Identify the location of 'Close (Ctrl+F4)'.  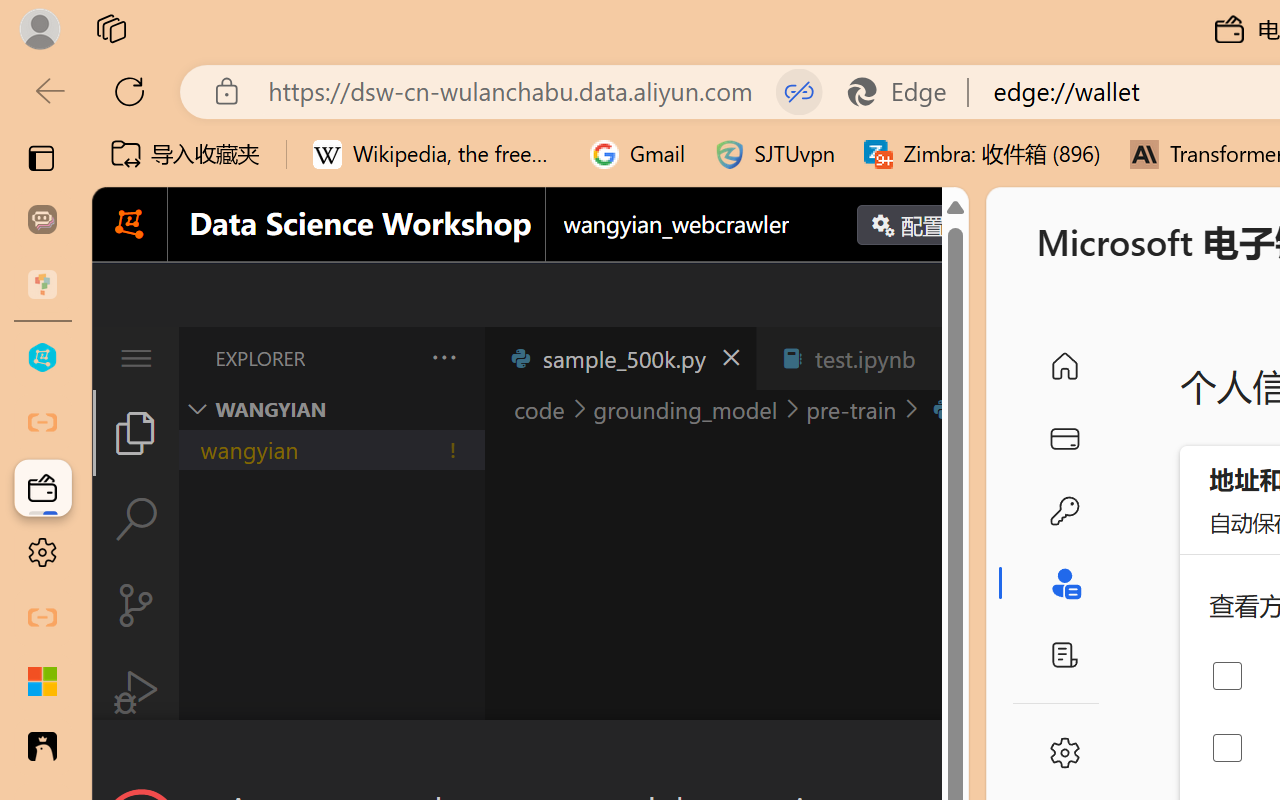
(945, 358).